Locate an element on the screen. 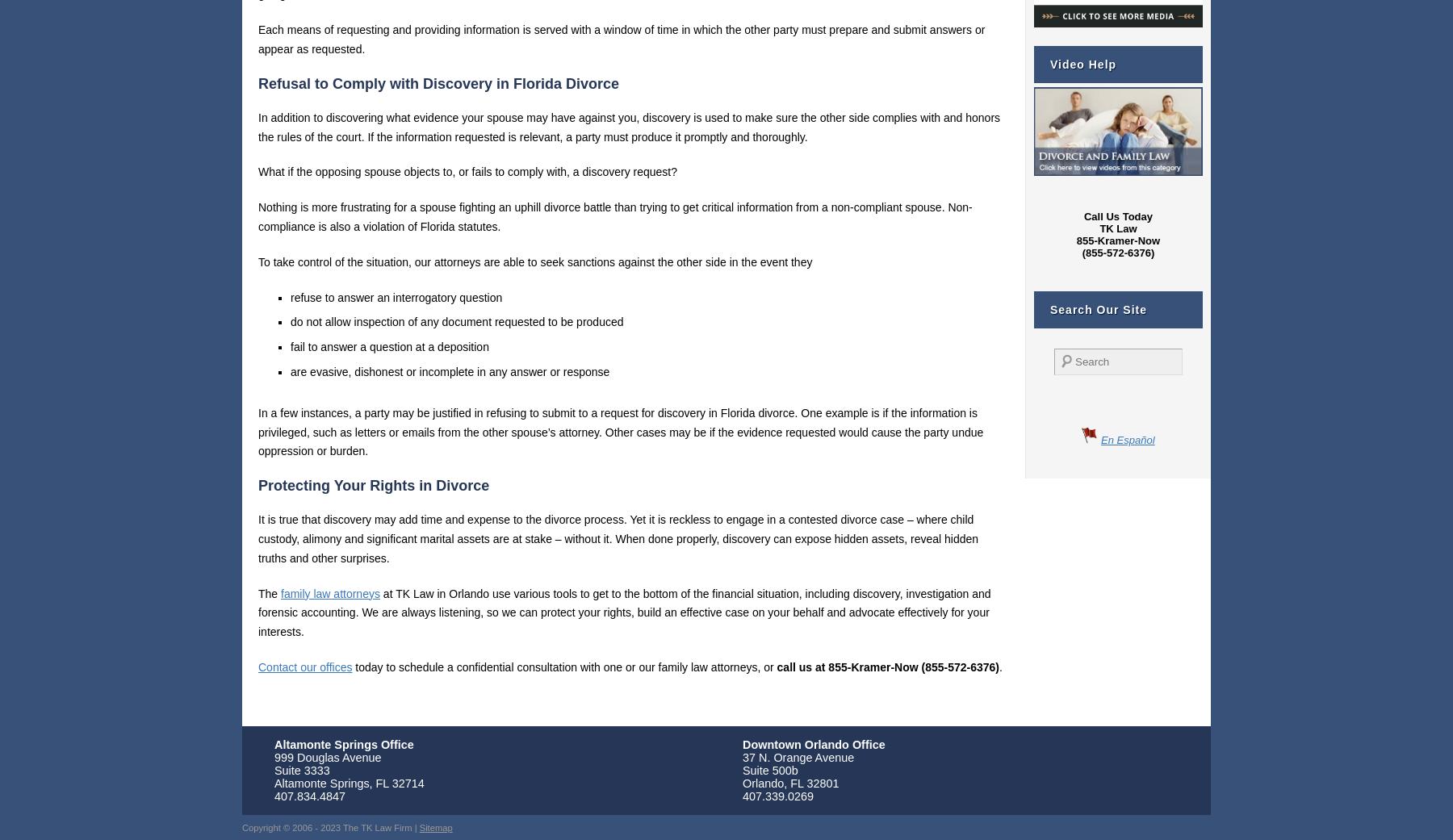 Image resolution: width=1453 pixels, height=840 pixels. '407.834.4847' is located at coordinates (309, 796).